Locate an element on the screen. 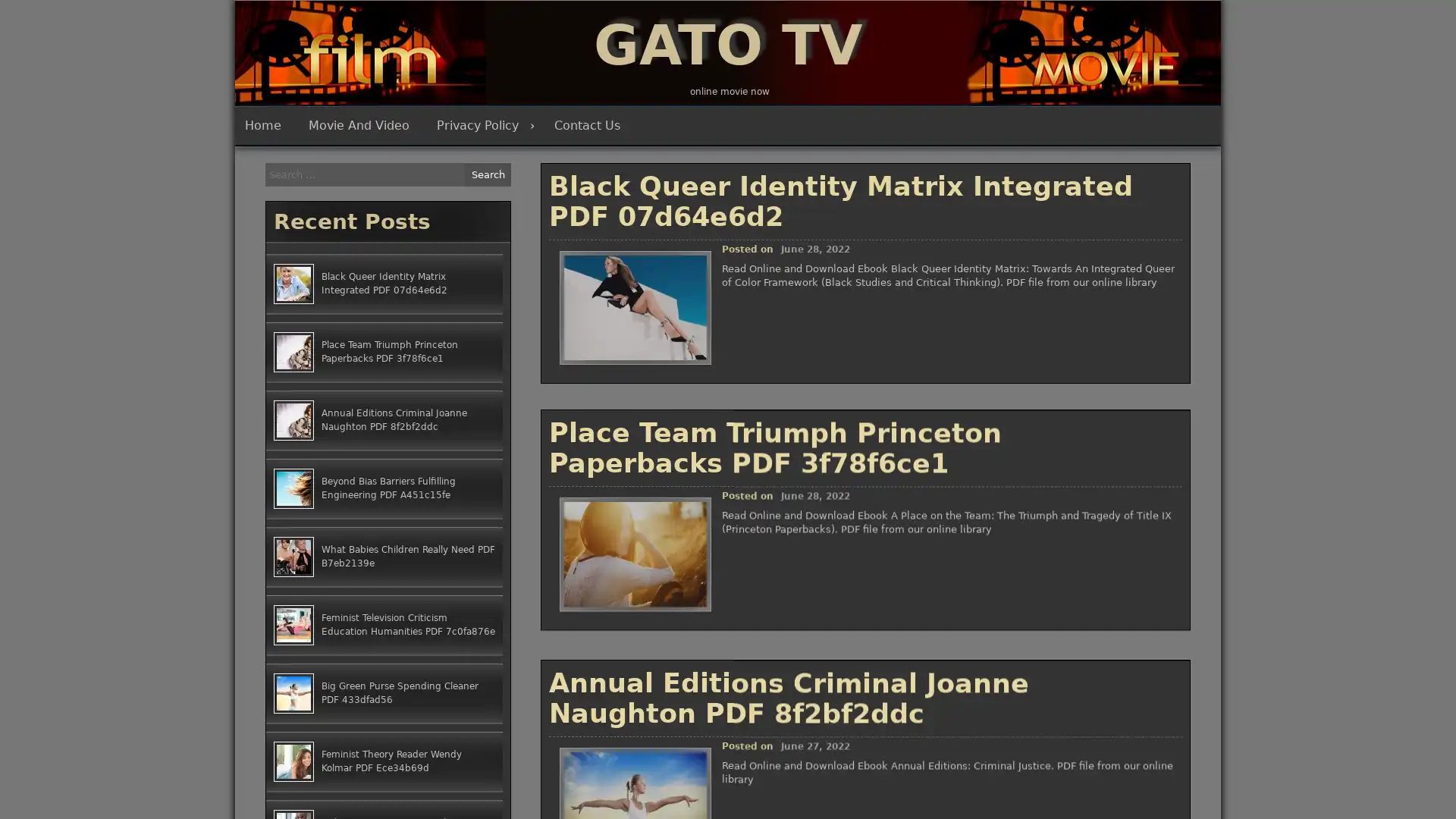  Search is located at coordinates (488, 174).